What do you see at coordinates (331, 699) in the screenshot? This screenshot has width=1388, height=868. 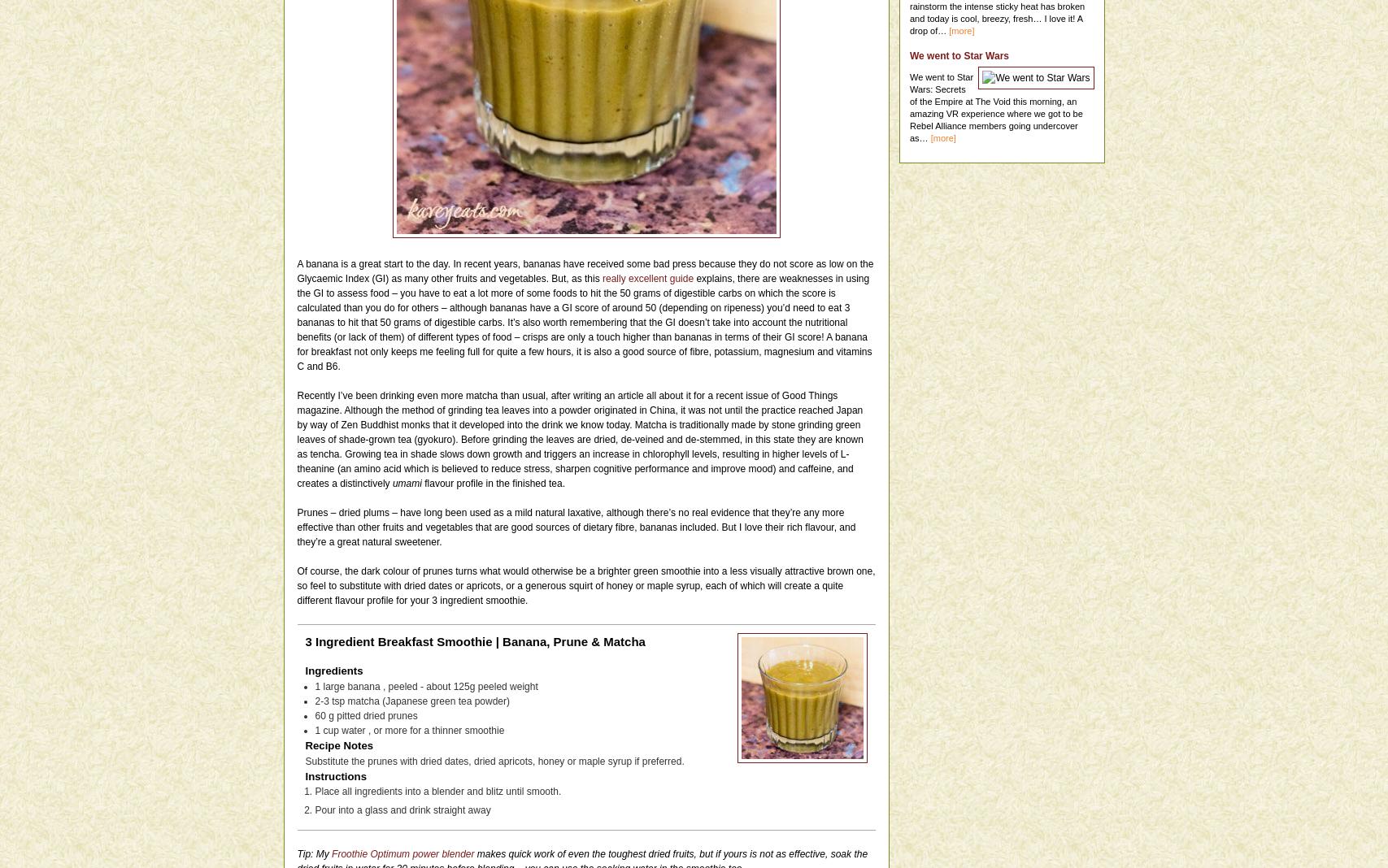 I see `'tsp'` at bounding box center [331, 699].